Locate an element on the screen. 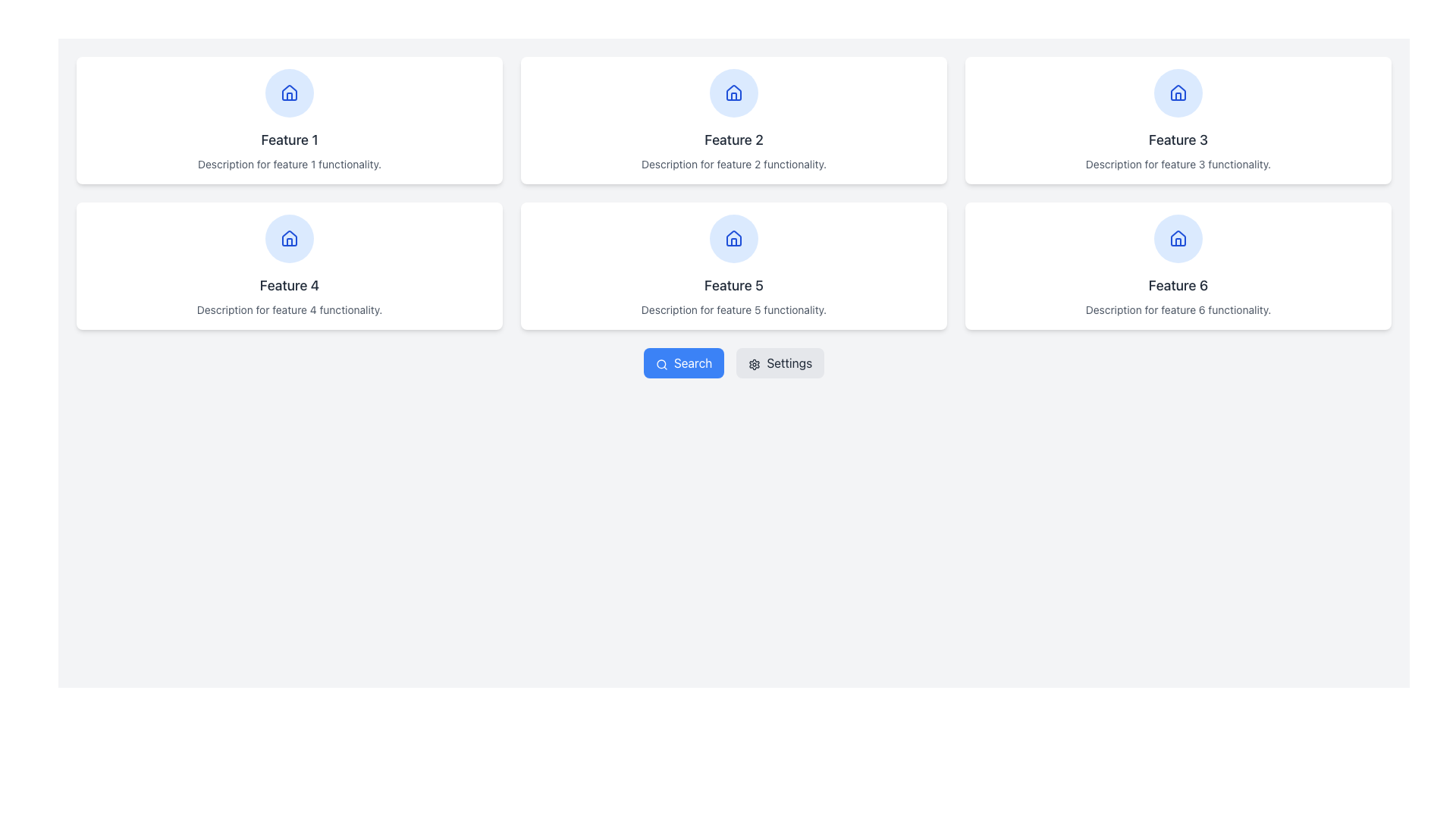  text content of the 'Feature 4' label located at the bottom center of the fourth card in a grid layout is located at coordinates (290, 286).